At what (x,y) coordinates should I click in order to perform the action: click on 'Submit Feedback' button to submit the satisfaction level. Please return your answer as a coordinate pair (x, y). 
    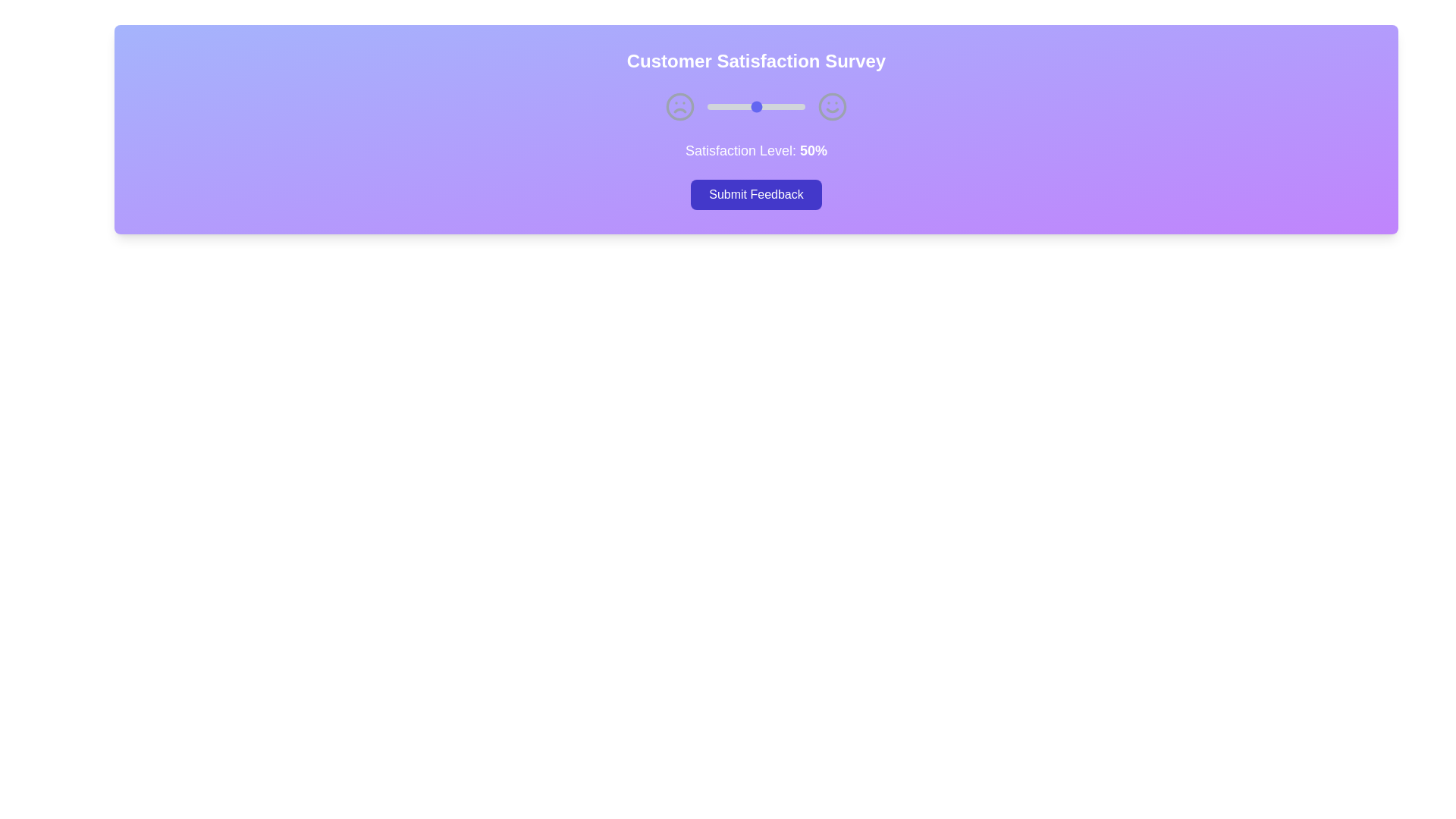
    Looking at the image, I should click on (756, 194).